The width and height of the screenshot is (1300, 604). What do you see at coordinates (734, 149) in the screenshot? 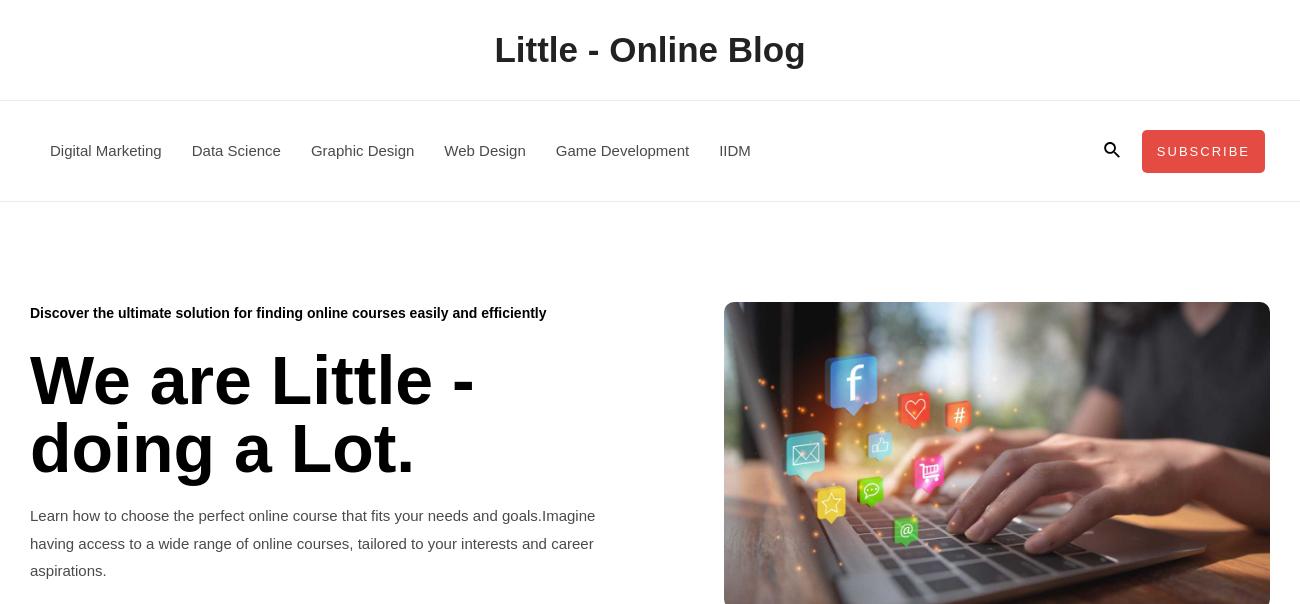
I see `'IIDM'` at bounding box center [734, 149].